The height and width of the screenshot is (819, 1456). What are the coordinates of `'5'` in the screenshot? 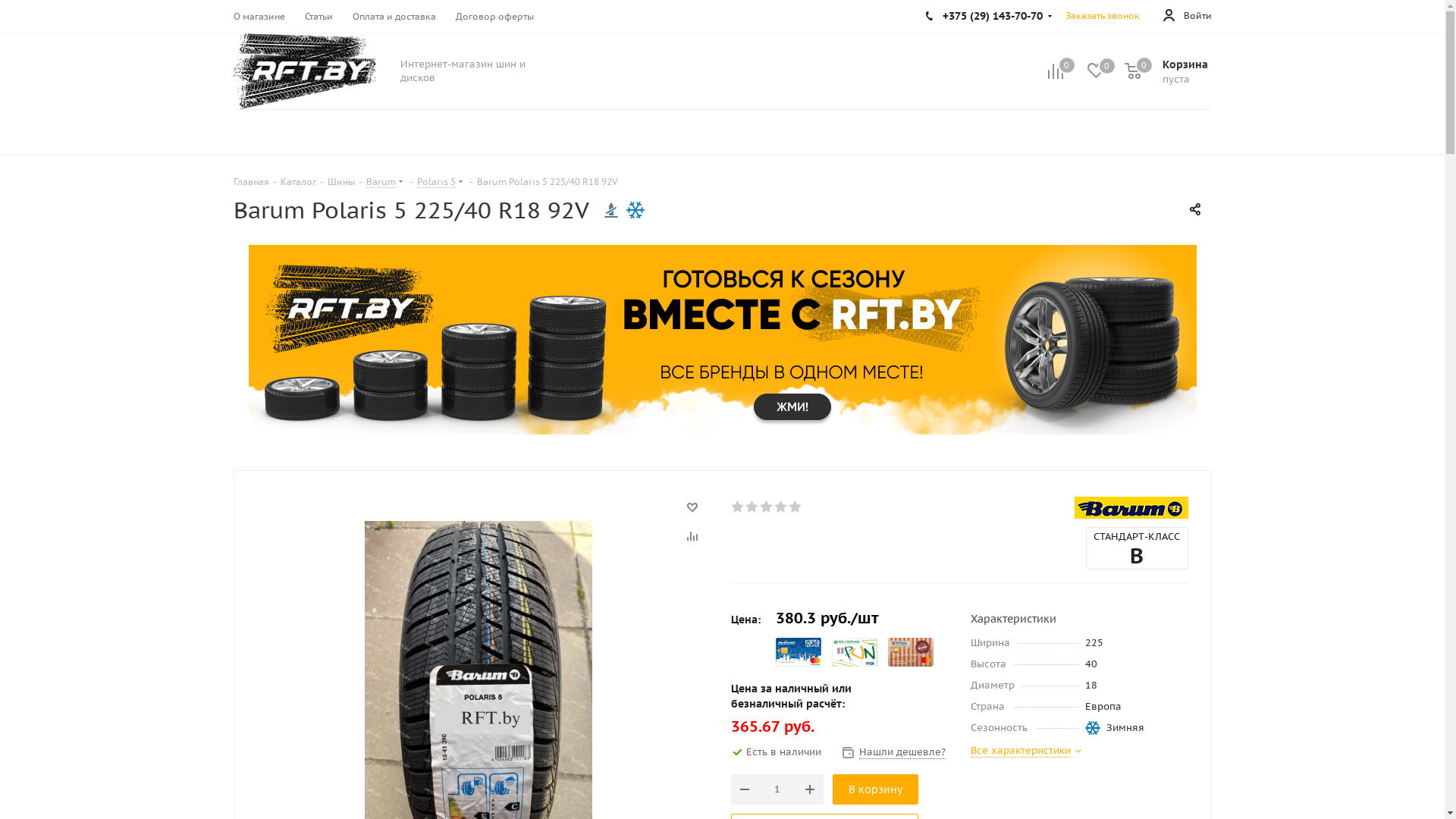 It's located at (795, 506).